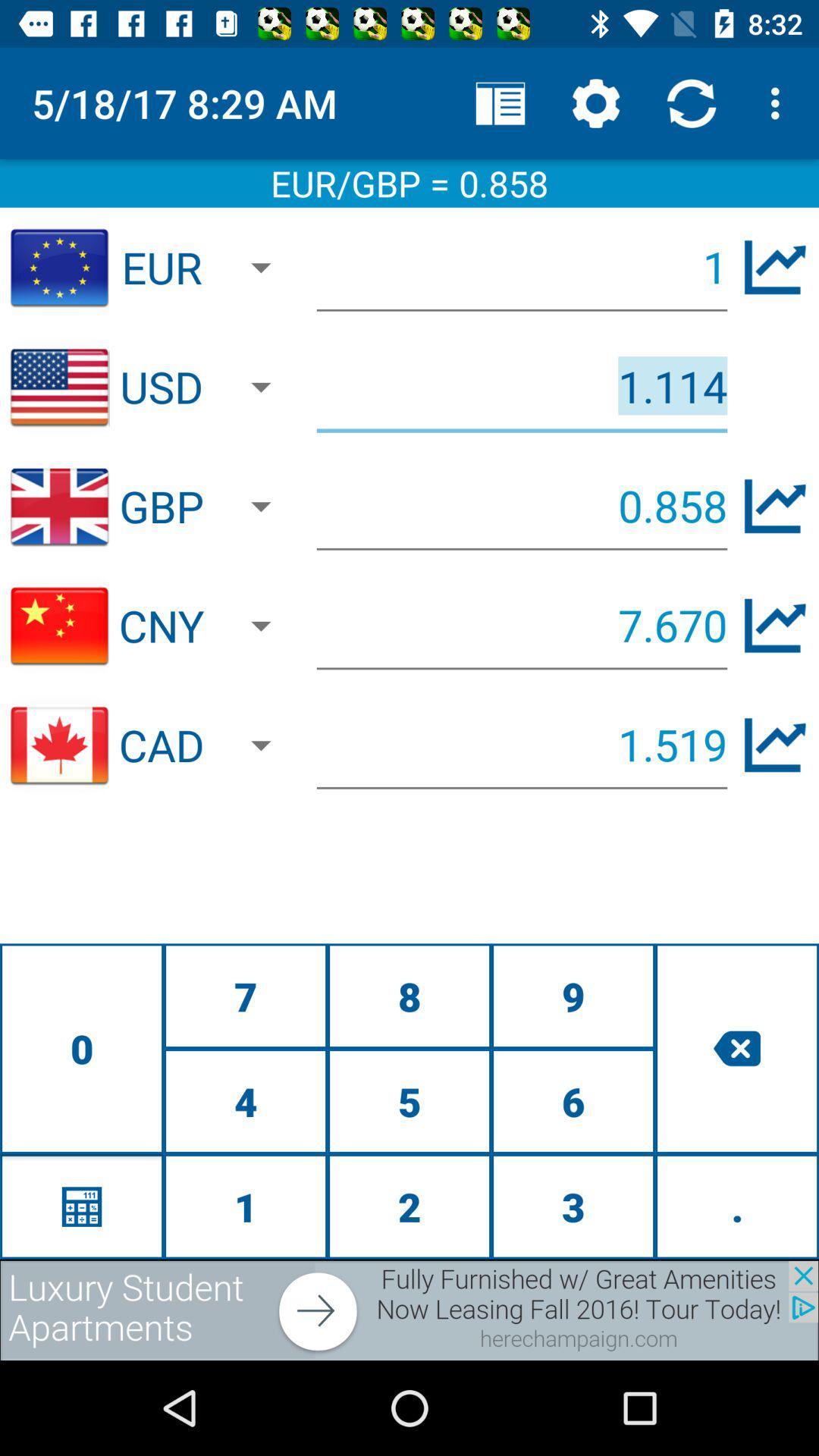 The image size is (819, 1456). Describe the element at coordinates (775, 267) in the screenshot. I see `the edit icon` at that location.